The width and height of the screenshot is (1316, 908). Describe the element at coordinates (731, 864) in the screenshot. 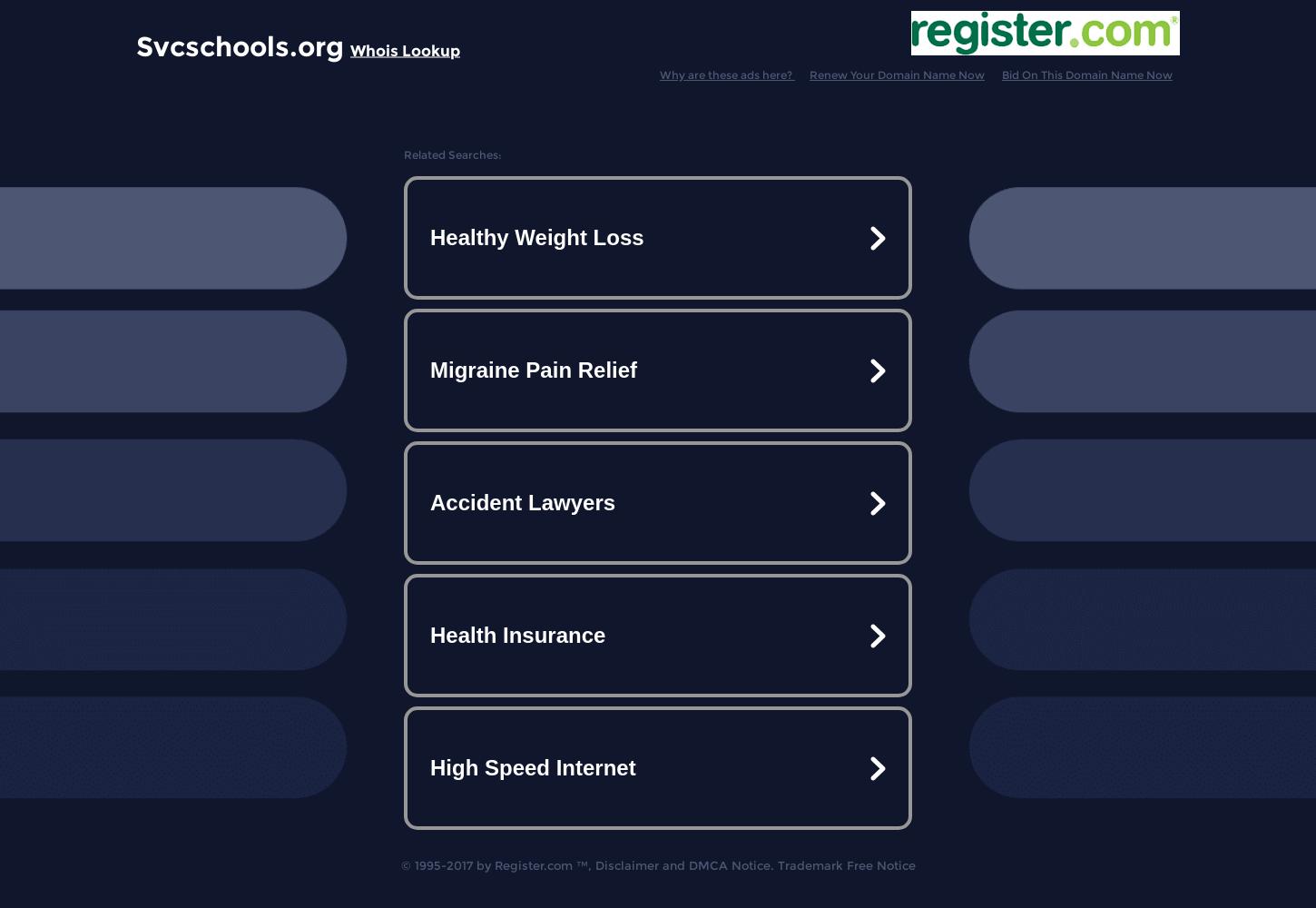

I see `'DMCA Notice.'` at that location.